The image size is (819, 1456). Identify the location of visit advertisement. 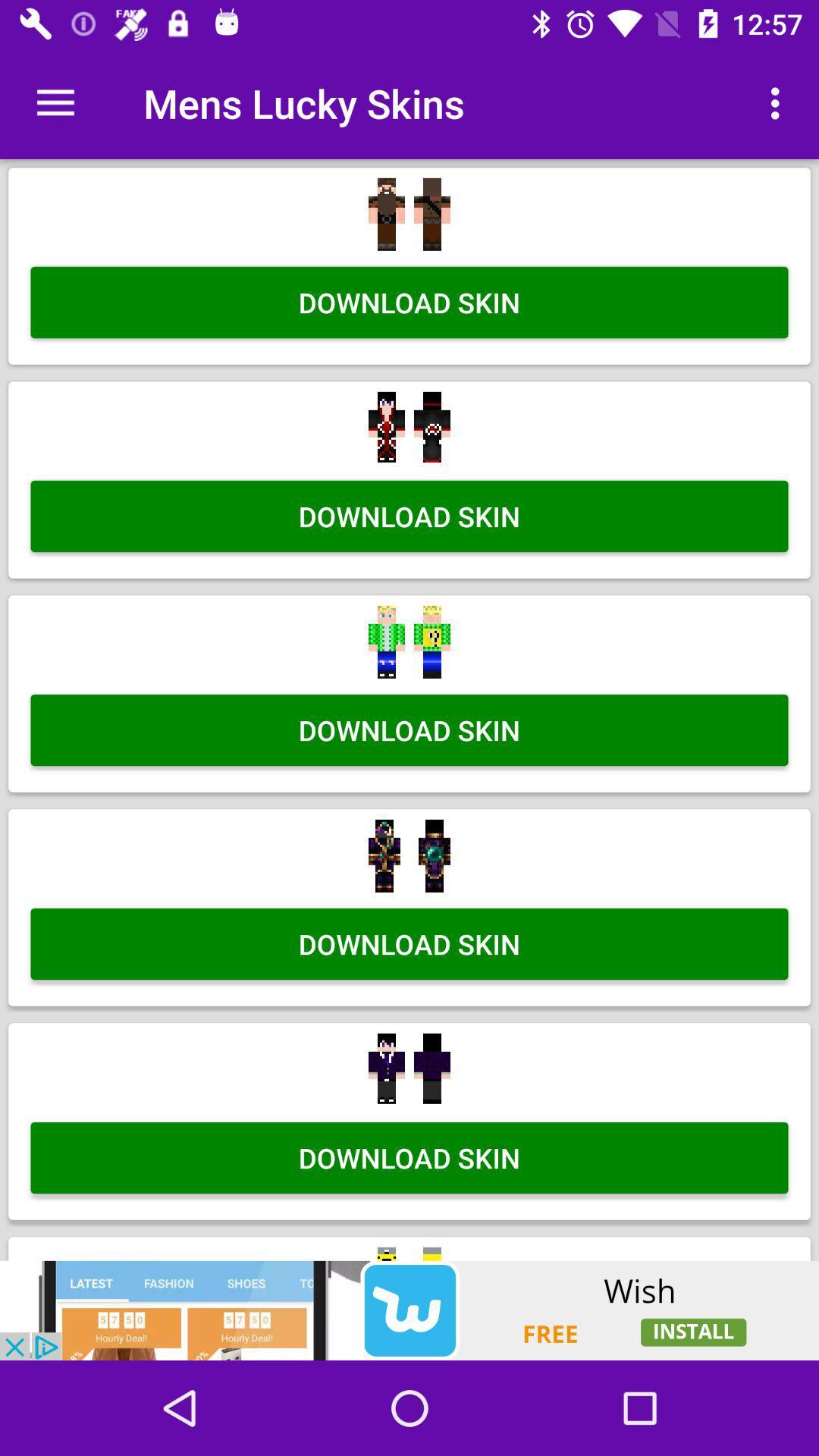
(409, 1310).